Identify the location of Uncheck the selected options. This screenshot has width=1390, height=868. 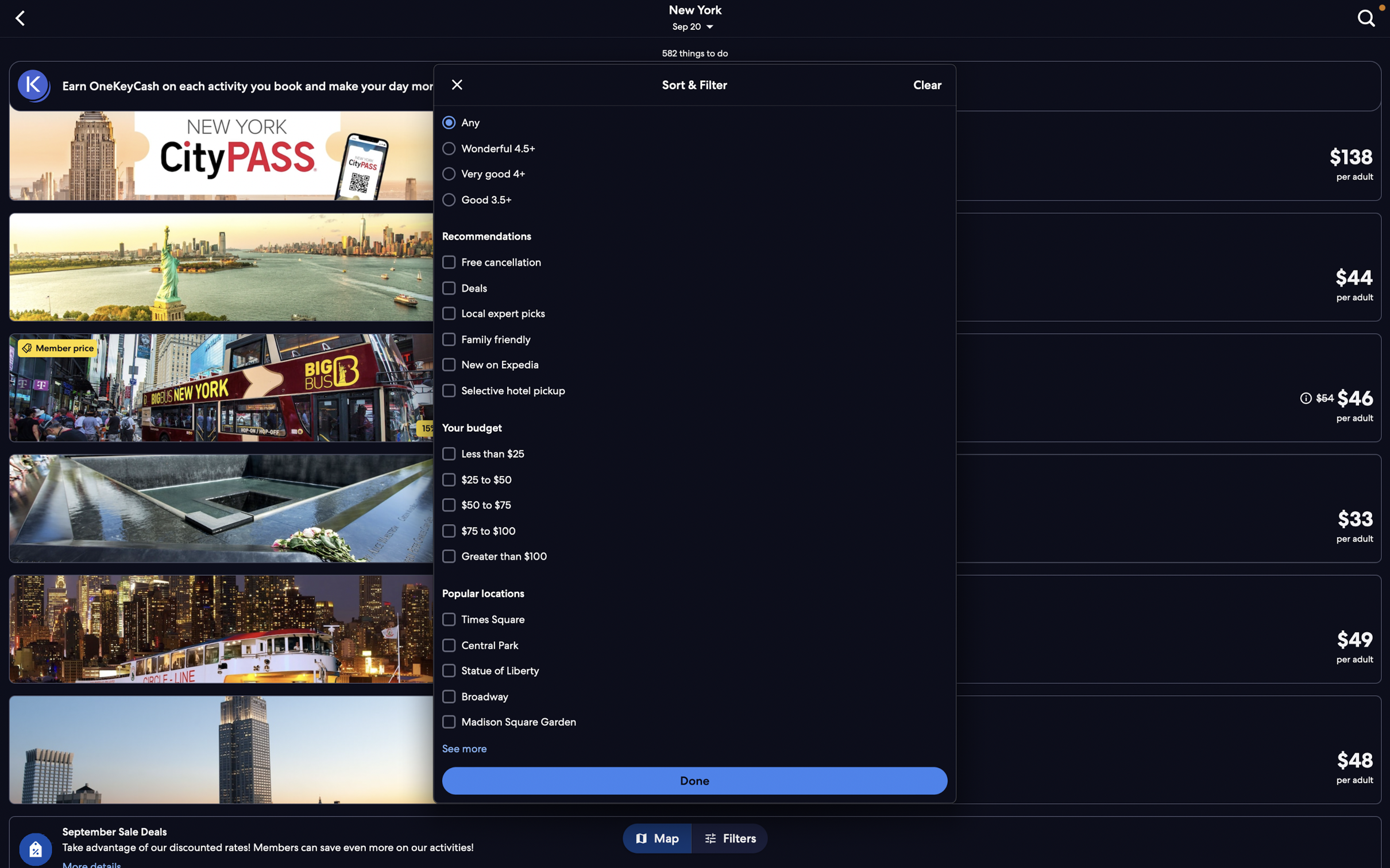
(926, 85).